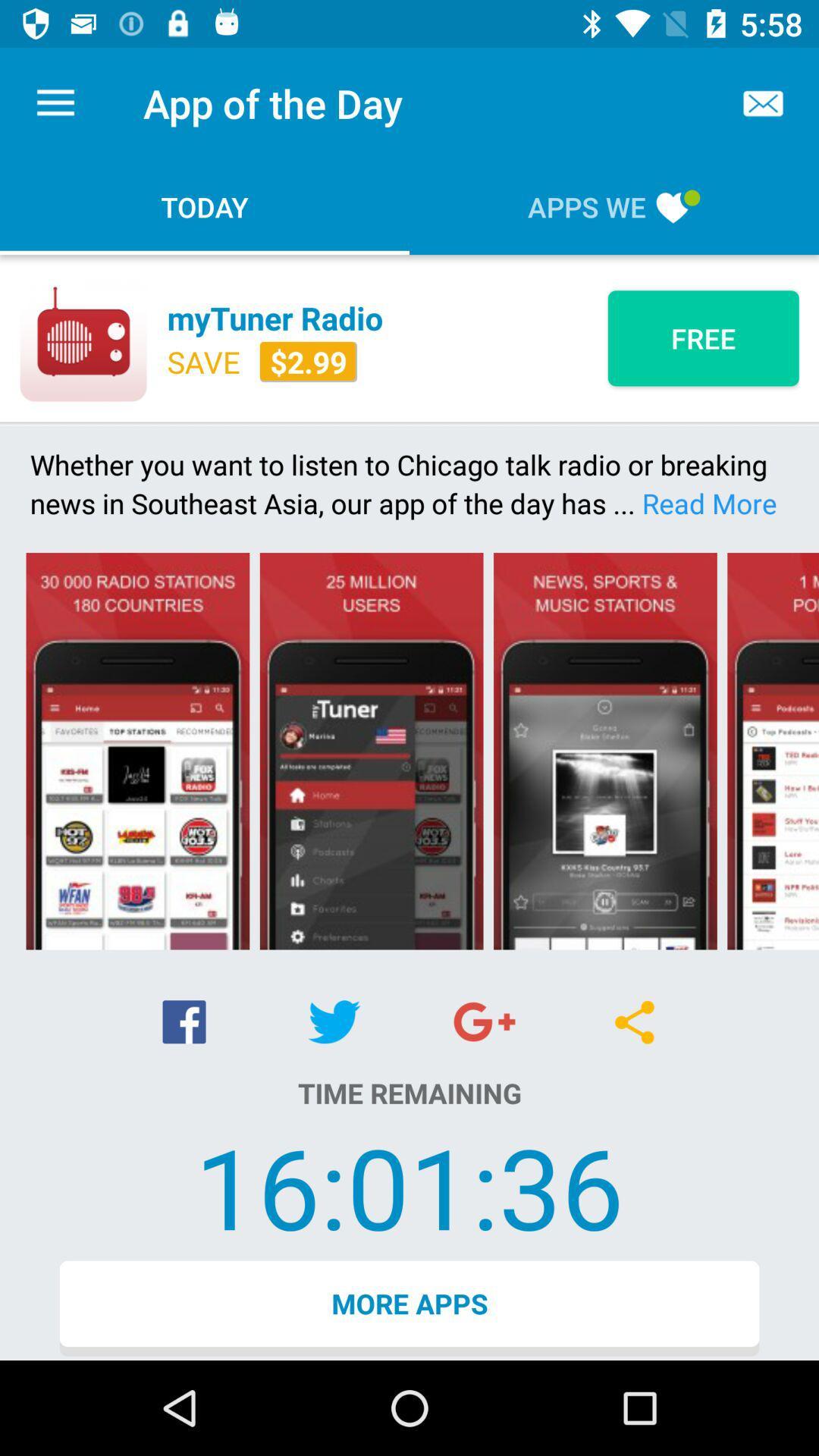 This screenshot has height=1456, width=819. Describe the element at coordinates (635, 1022) in the screenshot. I see `the share icon` at that location.